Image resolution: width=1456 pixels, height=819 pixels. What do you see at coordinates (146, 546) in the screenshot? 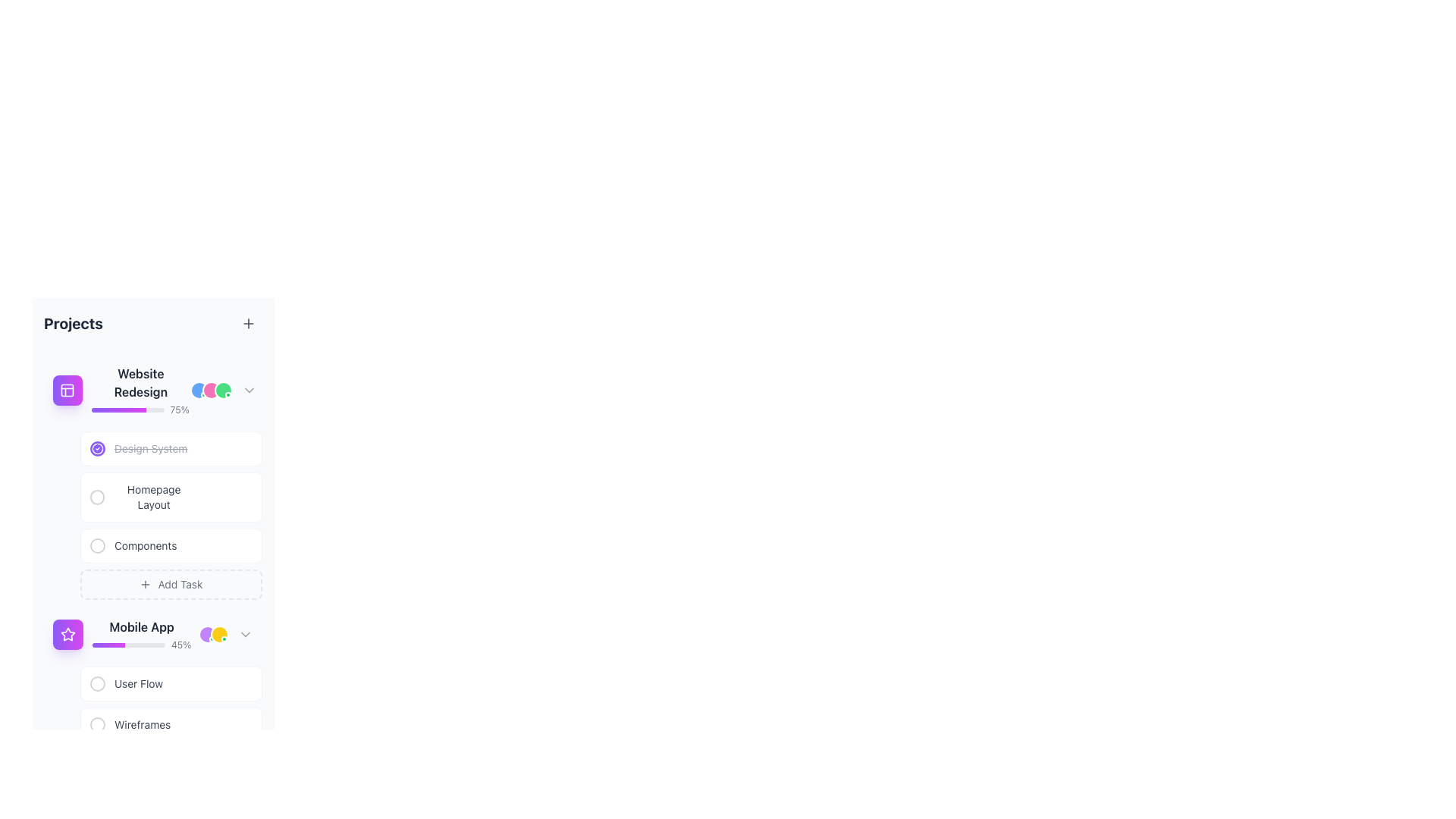
I see `the 'Components' text label, which is styled in a small gray font and is located to the right of a small circular icon within the 'Website Redesign' section` at bounding box center [146, 546].